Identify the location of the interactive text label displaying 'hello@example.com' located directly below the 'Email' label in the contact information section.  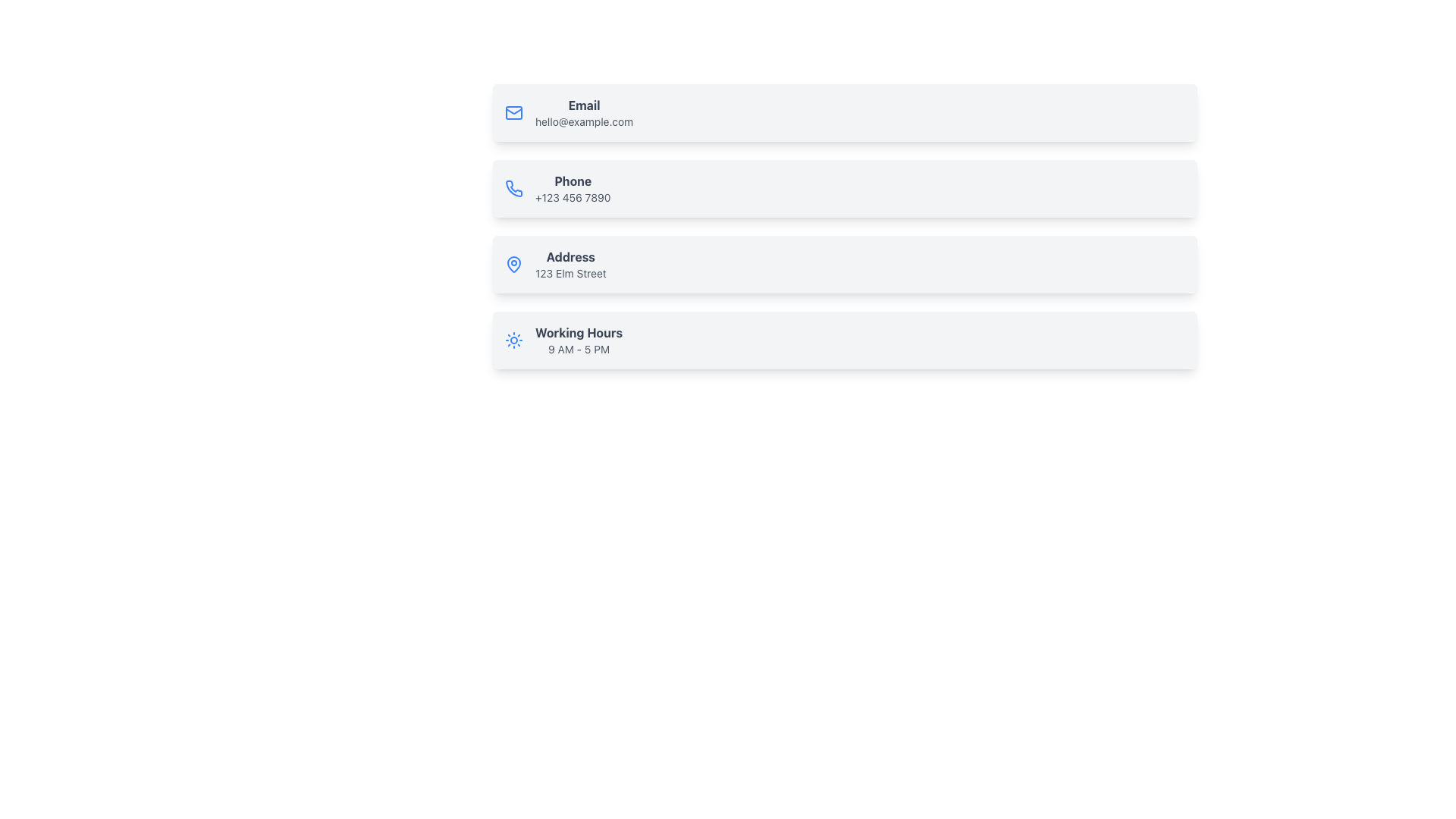
(583, 121).